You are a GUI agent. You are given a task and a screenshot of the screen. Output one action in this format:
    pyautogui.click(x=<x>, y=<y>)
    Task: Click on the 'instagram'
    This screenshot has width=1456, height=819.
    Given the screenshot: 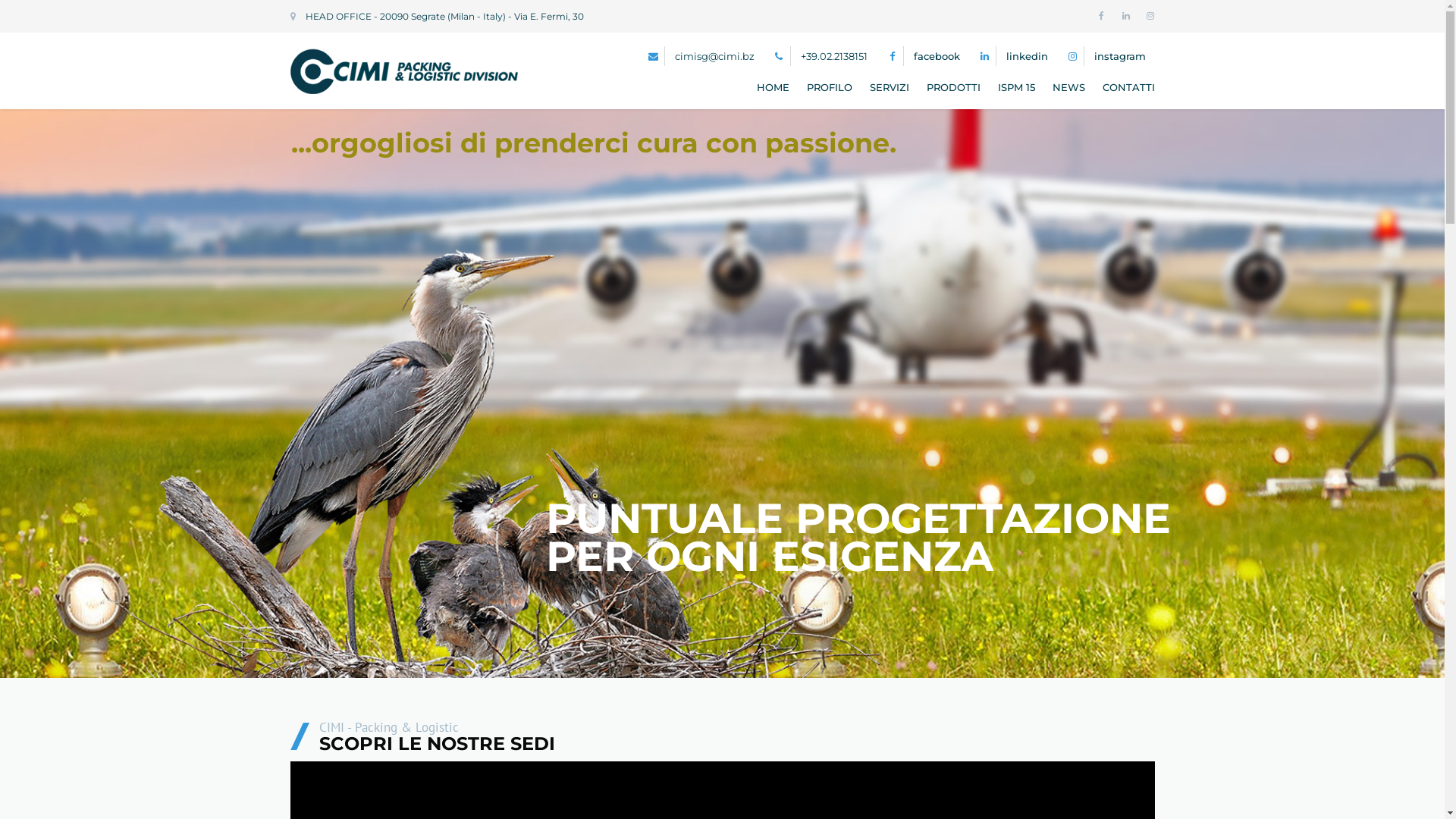 What is the action you would take?
    pyautogui.click(x=1093, y=55)
    